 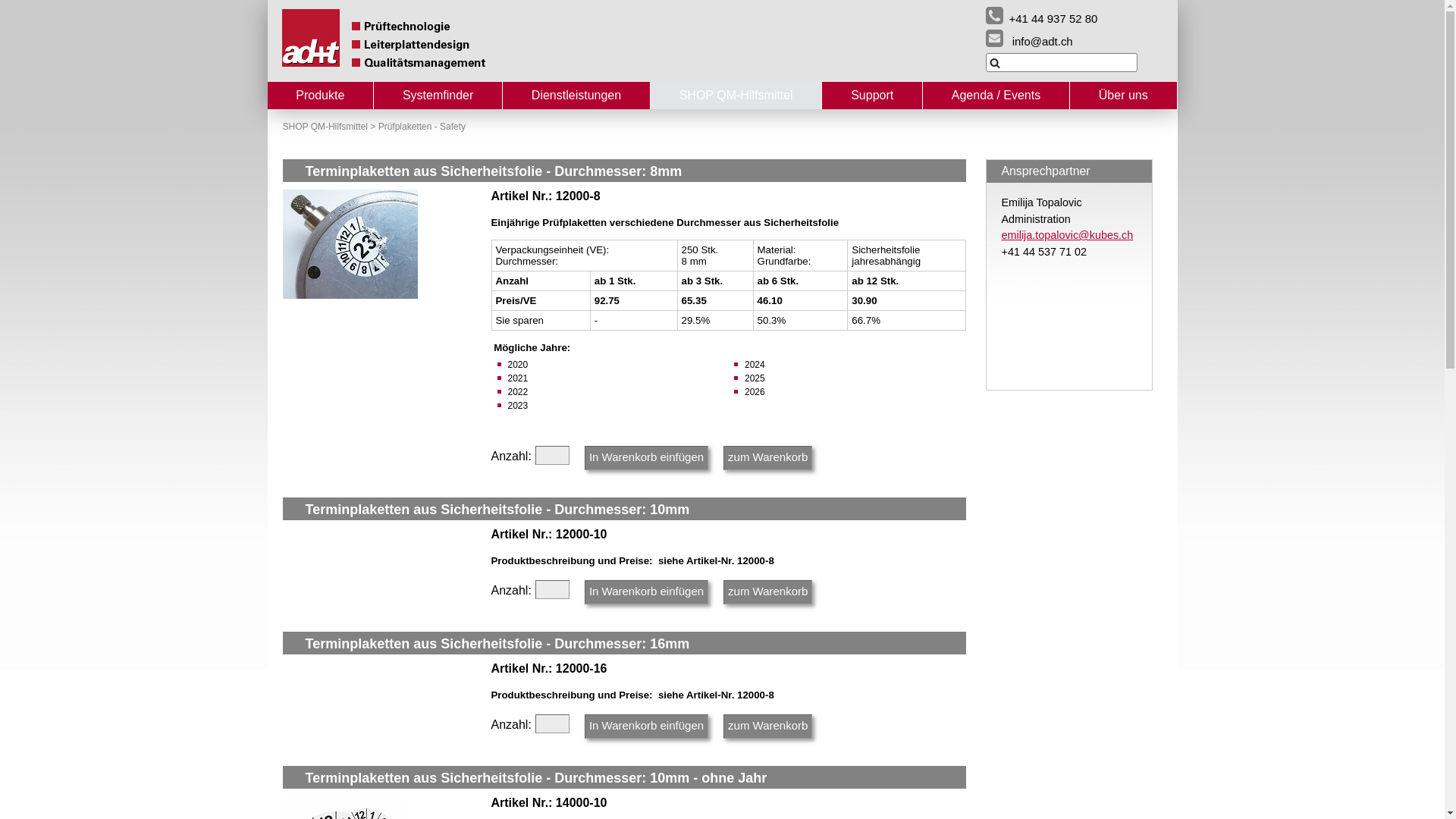 I want to click on 'SHOP QM-Hilfsmittel', so click(x=736, y=95).